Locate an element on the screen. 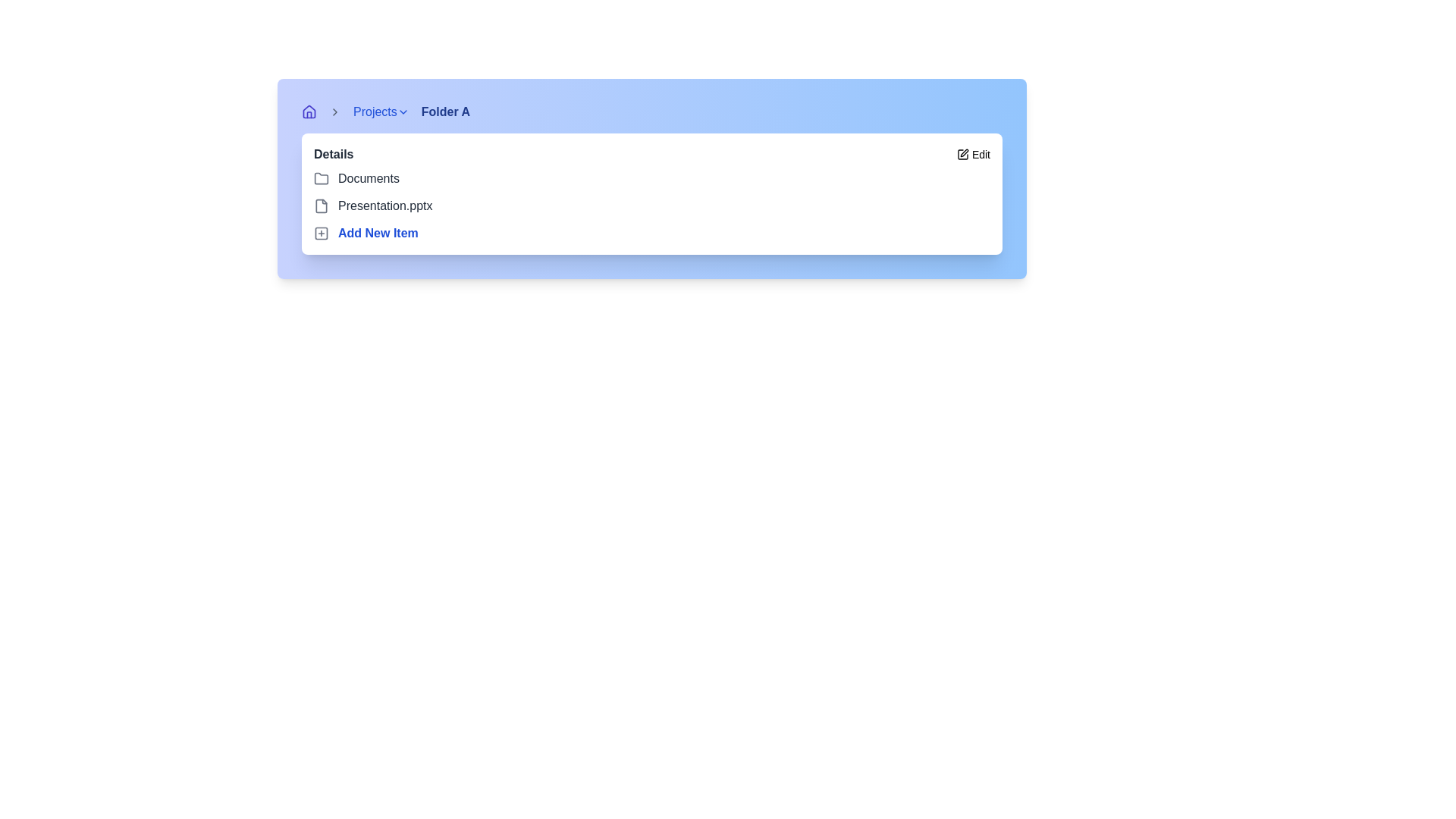  the static text label that indicates the functionality of adding a new item to the displayed list, positioned to the right of the plus-sign icon below the 'Details' folder contents is located at coordinates (378, 234).